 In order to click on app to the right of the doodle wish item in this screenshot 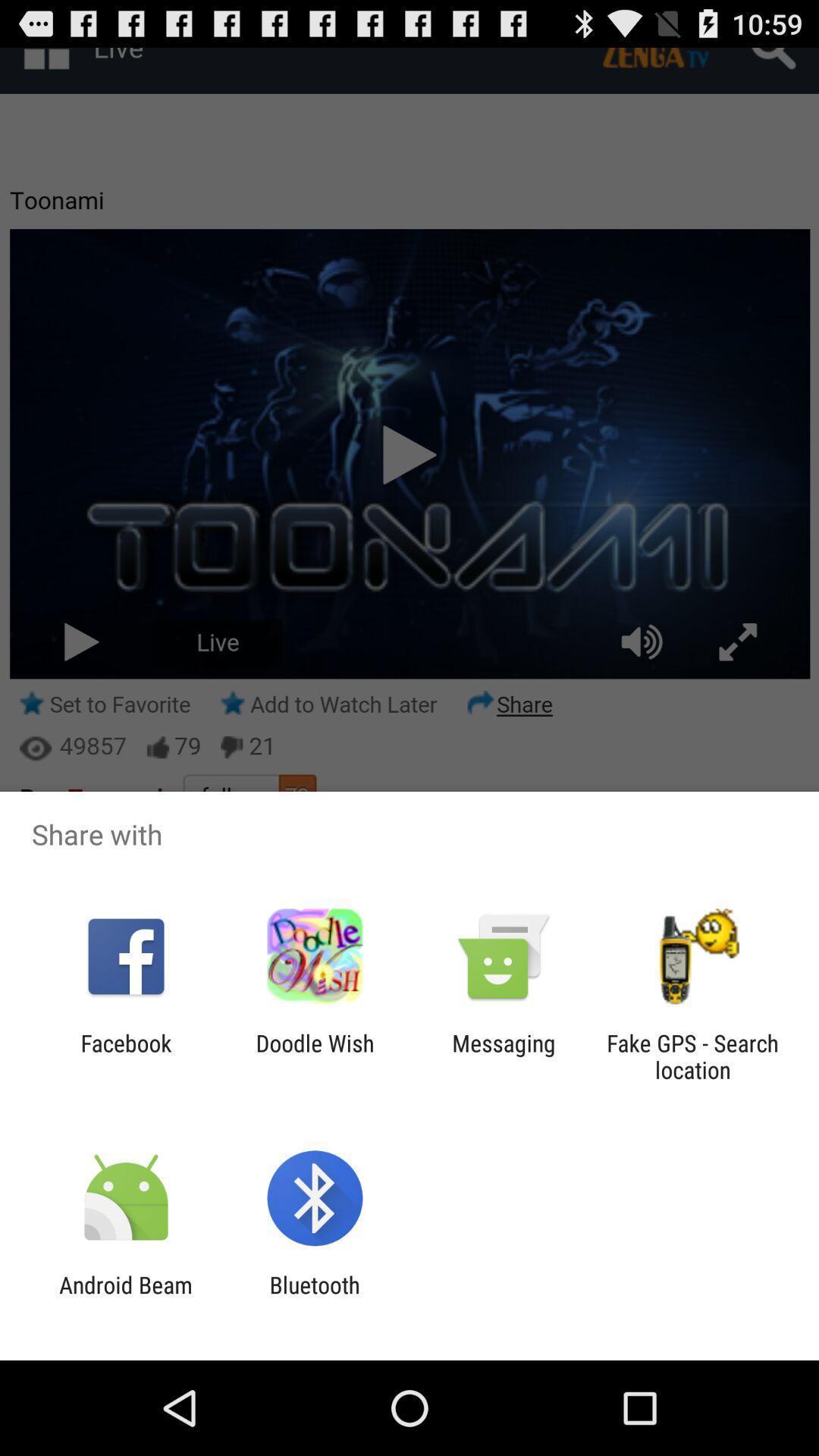, I will do `click(504, 1056)`.